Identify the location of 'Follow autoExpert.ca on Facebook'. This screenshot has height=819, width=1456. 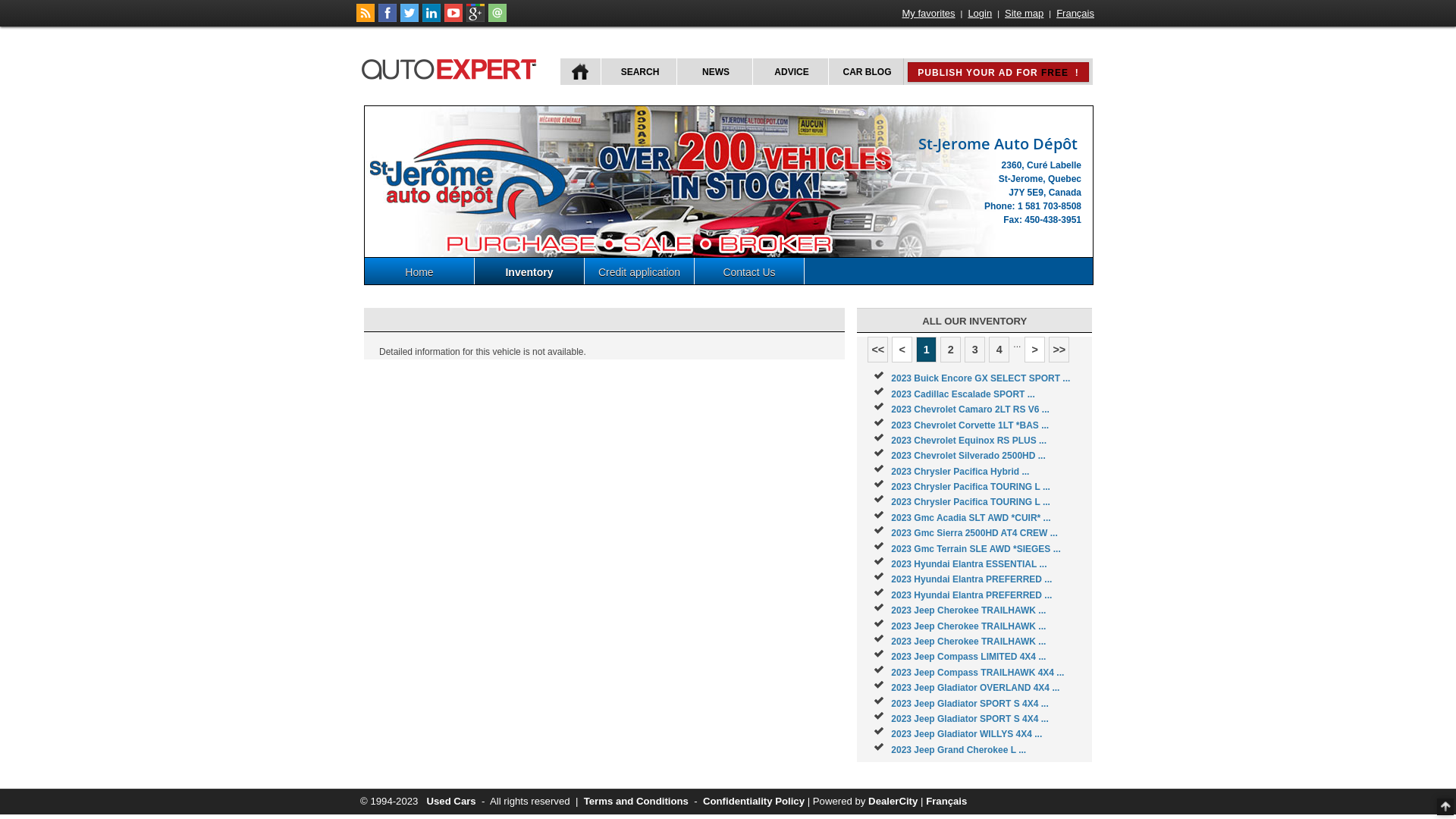
(387, 18).